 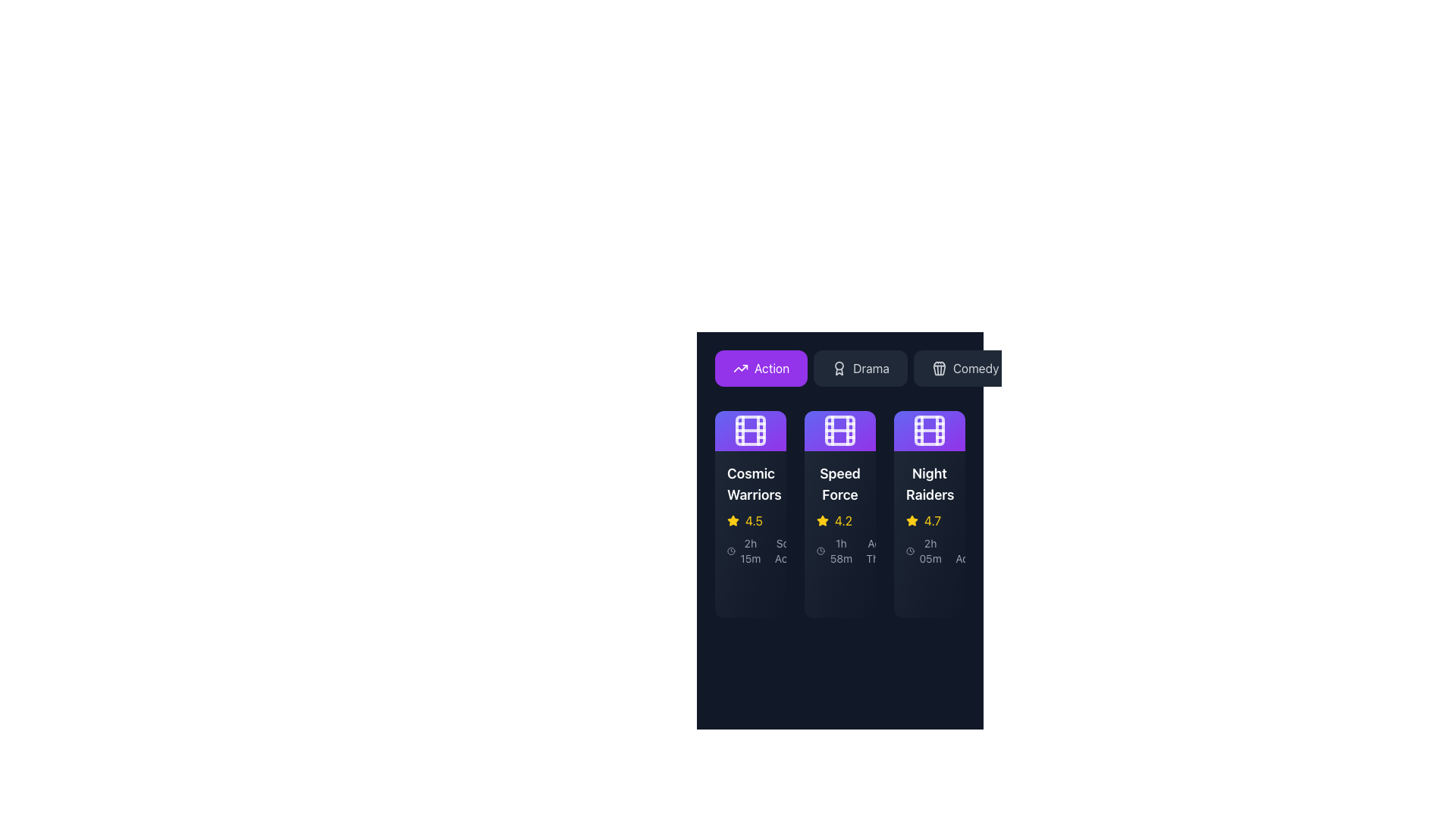 I want to click on the 'Play' button located beneath the 'Speed Force' movie information, so click(x=839, y=589).